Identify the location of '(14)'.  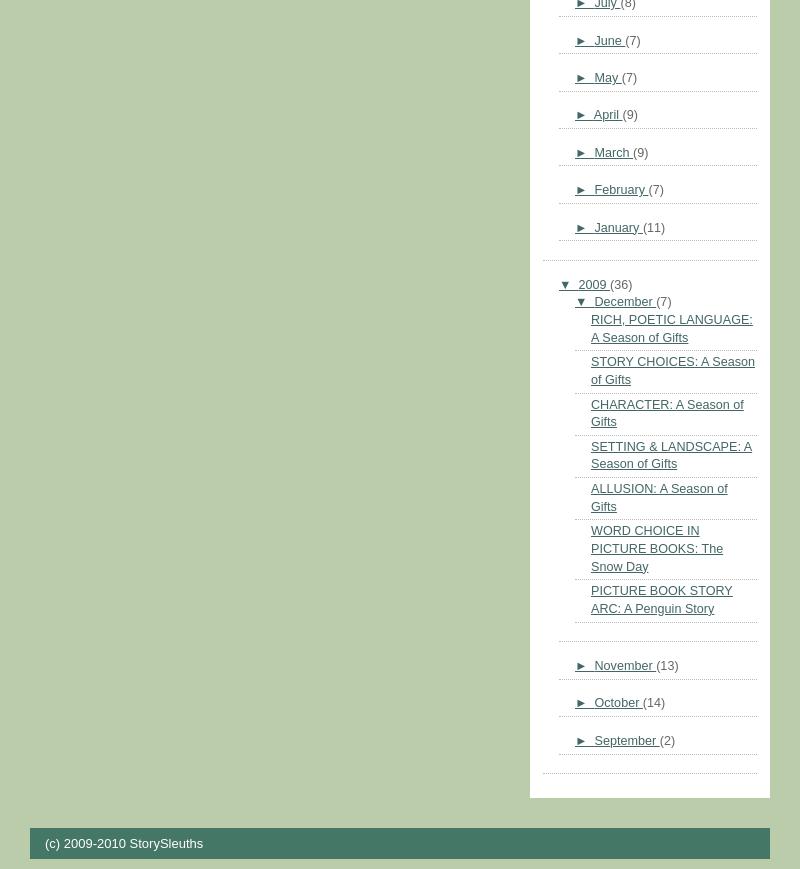
(652, 703).